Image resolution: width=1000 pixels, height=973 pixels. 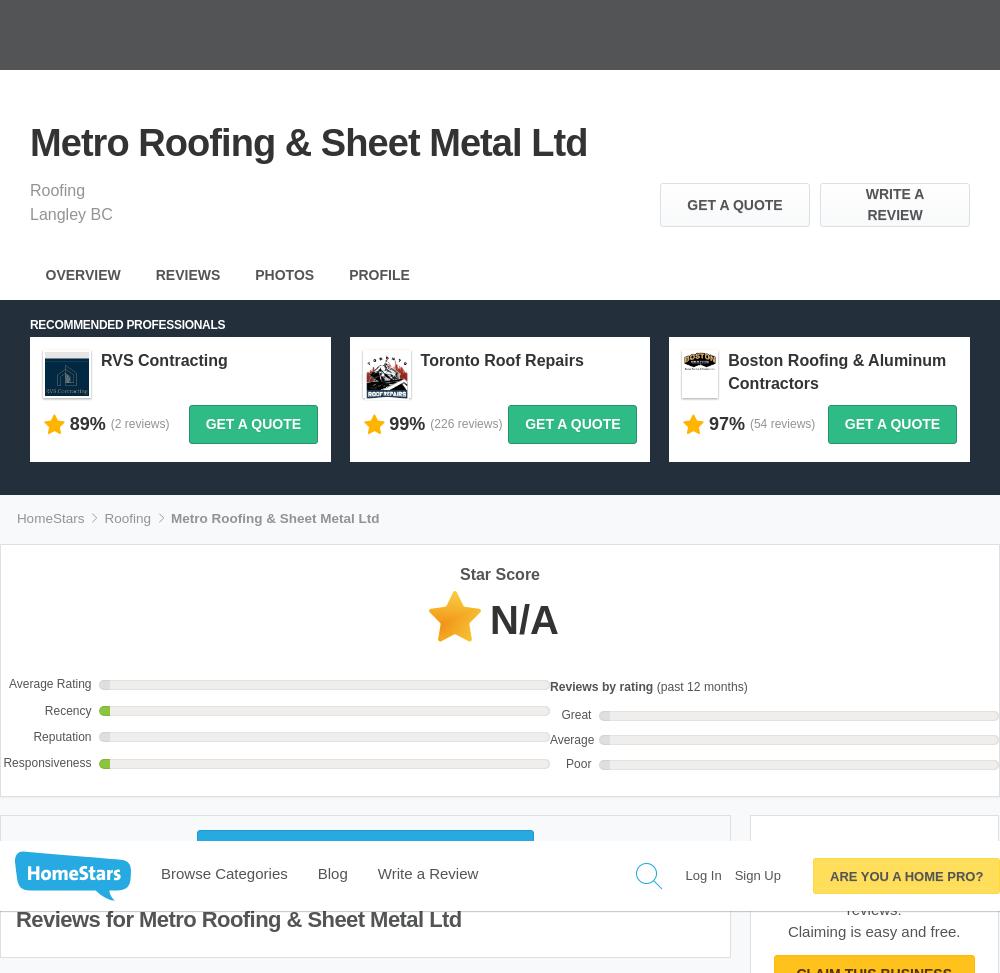 I want to click on 'HomeStars', so click(x=558, y=761).